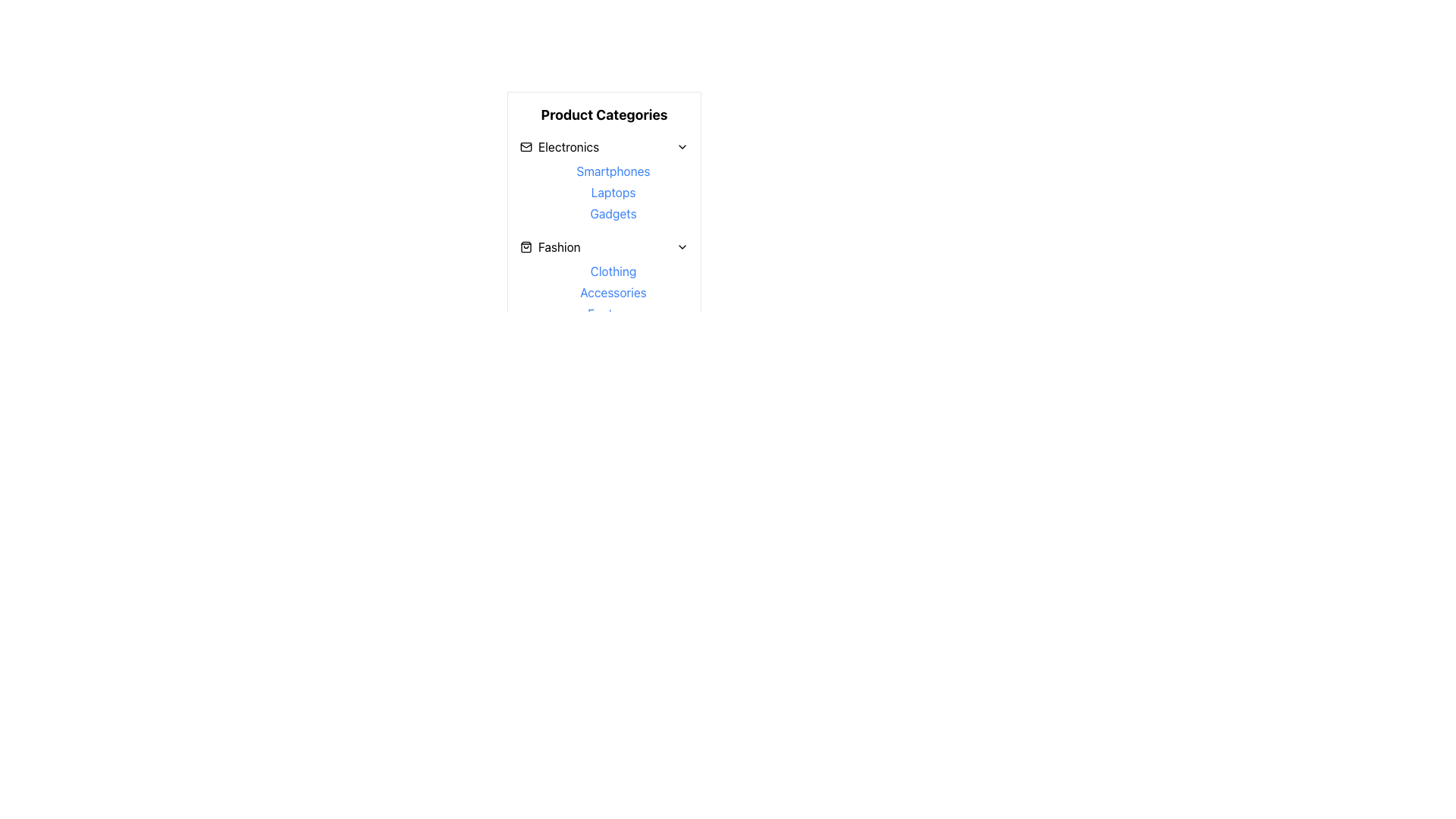 The image size is (1456, 819). What do you see at coordinates (559, 146) in the screenshot?
I see `the 'Electronics' category title text label` at bounding box center [559, 146].